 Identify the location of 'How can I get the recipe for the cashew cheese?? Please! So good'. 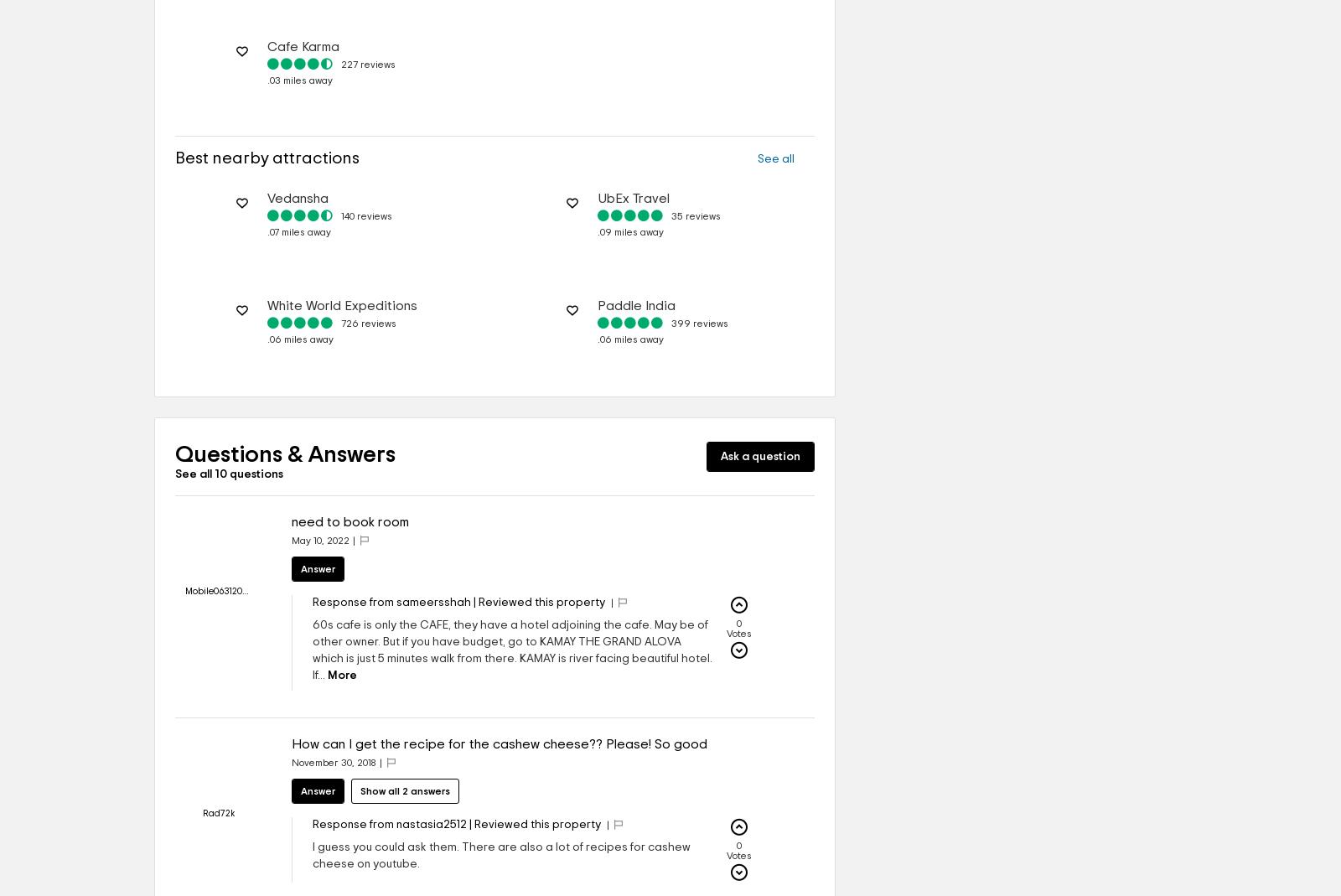
(292, 743).